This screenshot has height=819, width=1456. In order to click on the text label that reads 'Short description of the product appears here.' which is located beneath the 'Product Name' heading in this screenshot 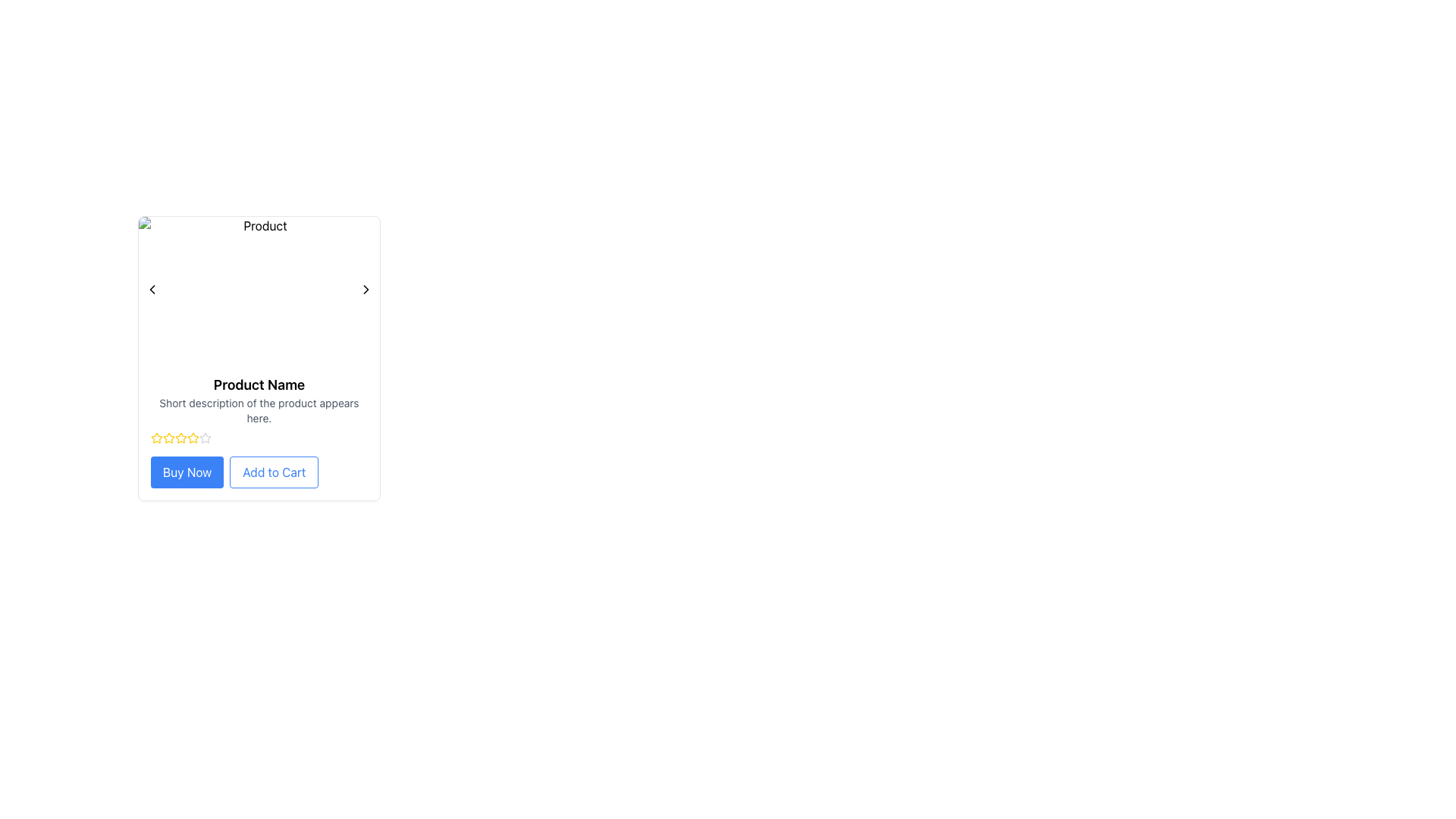, I will do `click(259, 411)`.